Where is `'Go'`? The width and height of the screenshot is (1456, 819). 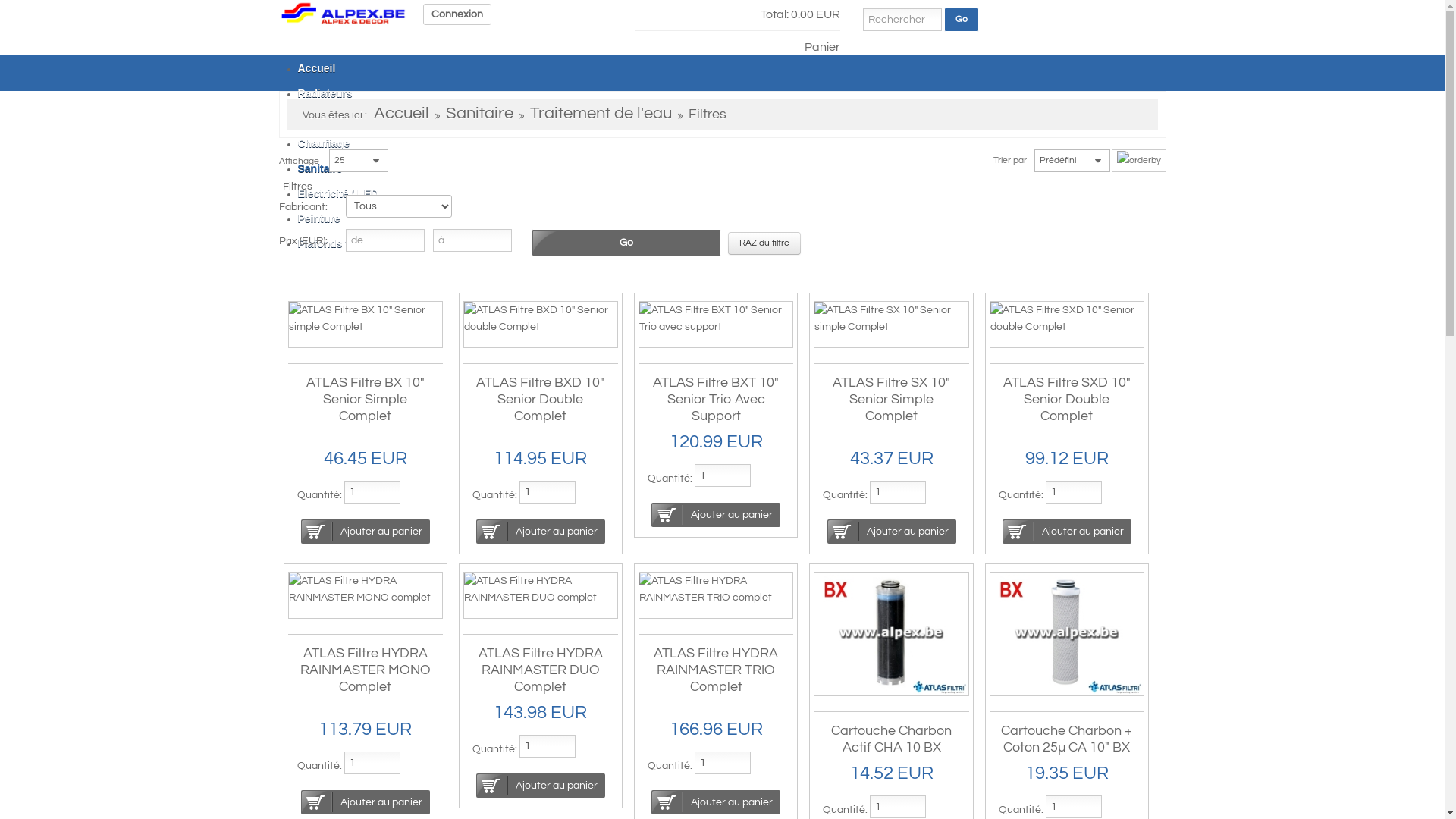
'Go' is located at coordinates (960, 20).